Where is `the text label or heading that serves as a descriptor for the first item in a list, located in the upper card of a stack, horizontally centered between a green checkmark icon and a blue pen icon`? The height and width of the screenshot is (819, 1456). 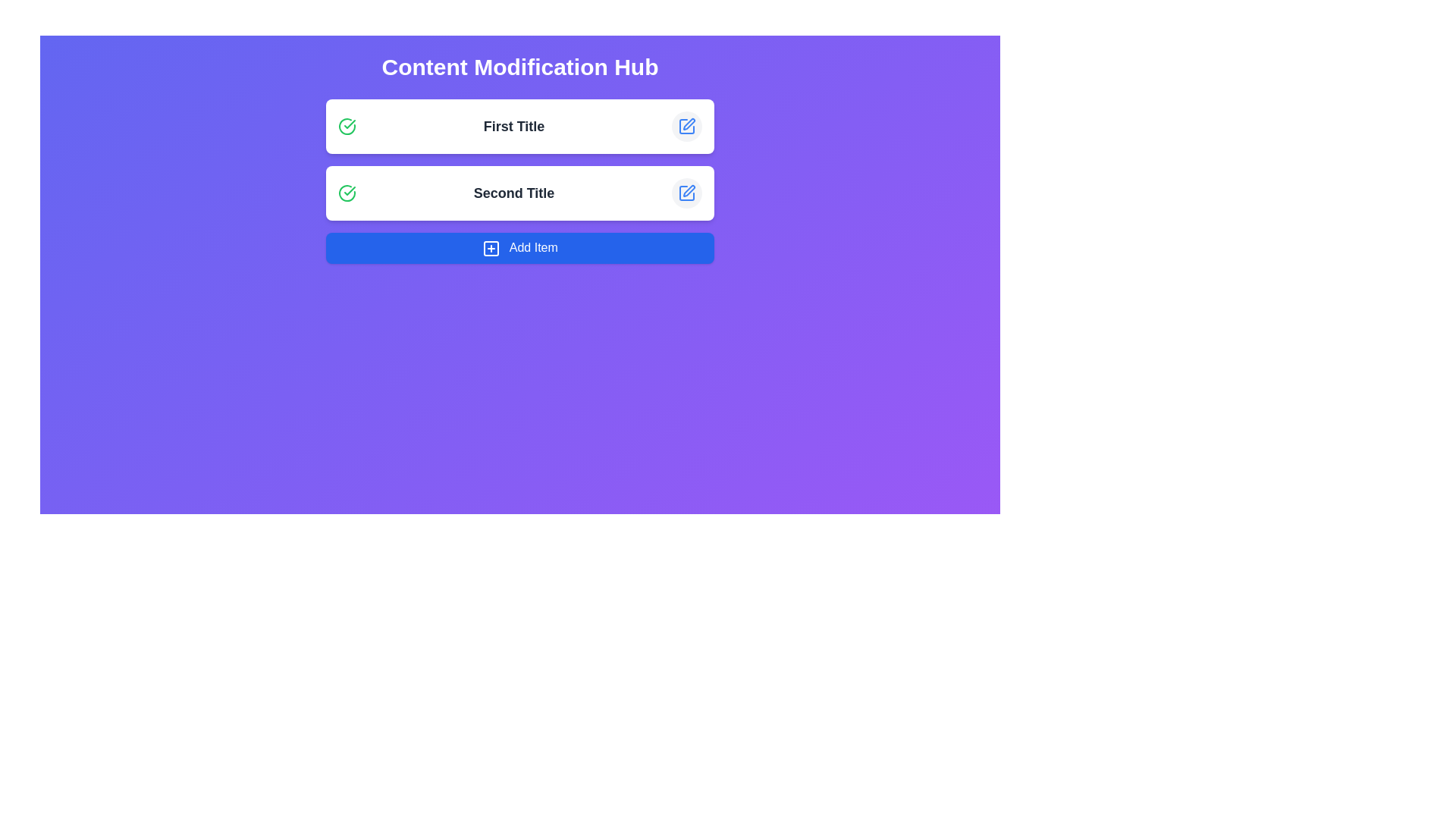 the text label or heading that serves as a descriptor for the first item in a list, located in the upper card of a stack, horizontally centered between a green checkmark icon and a blue pen icon is located at coordinates (513, 125).